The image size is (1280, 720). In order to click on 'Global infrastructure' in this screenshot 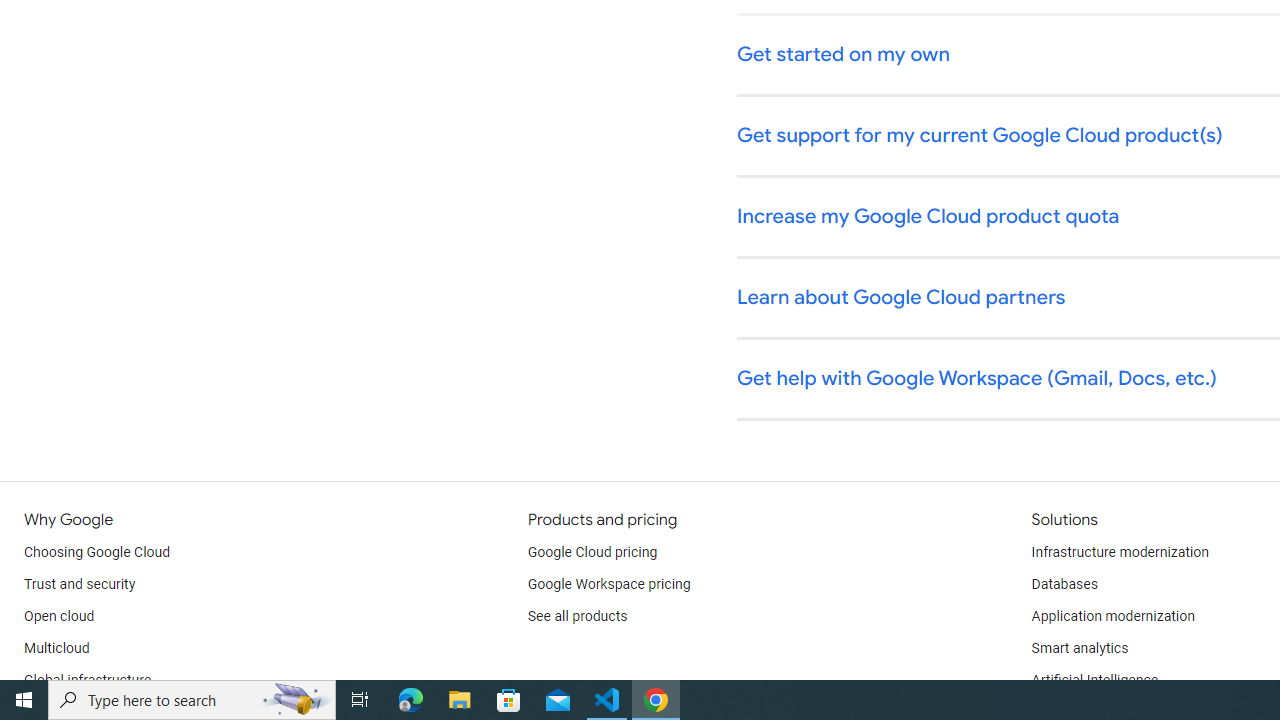, I will do `click(87, 680)`.